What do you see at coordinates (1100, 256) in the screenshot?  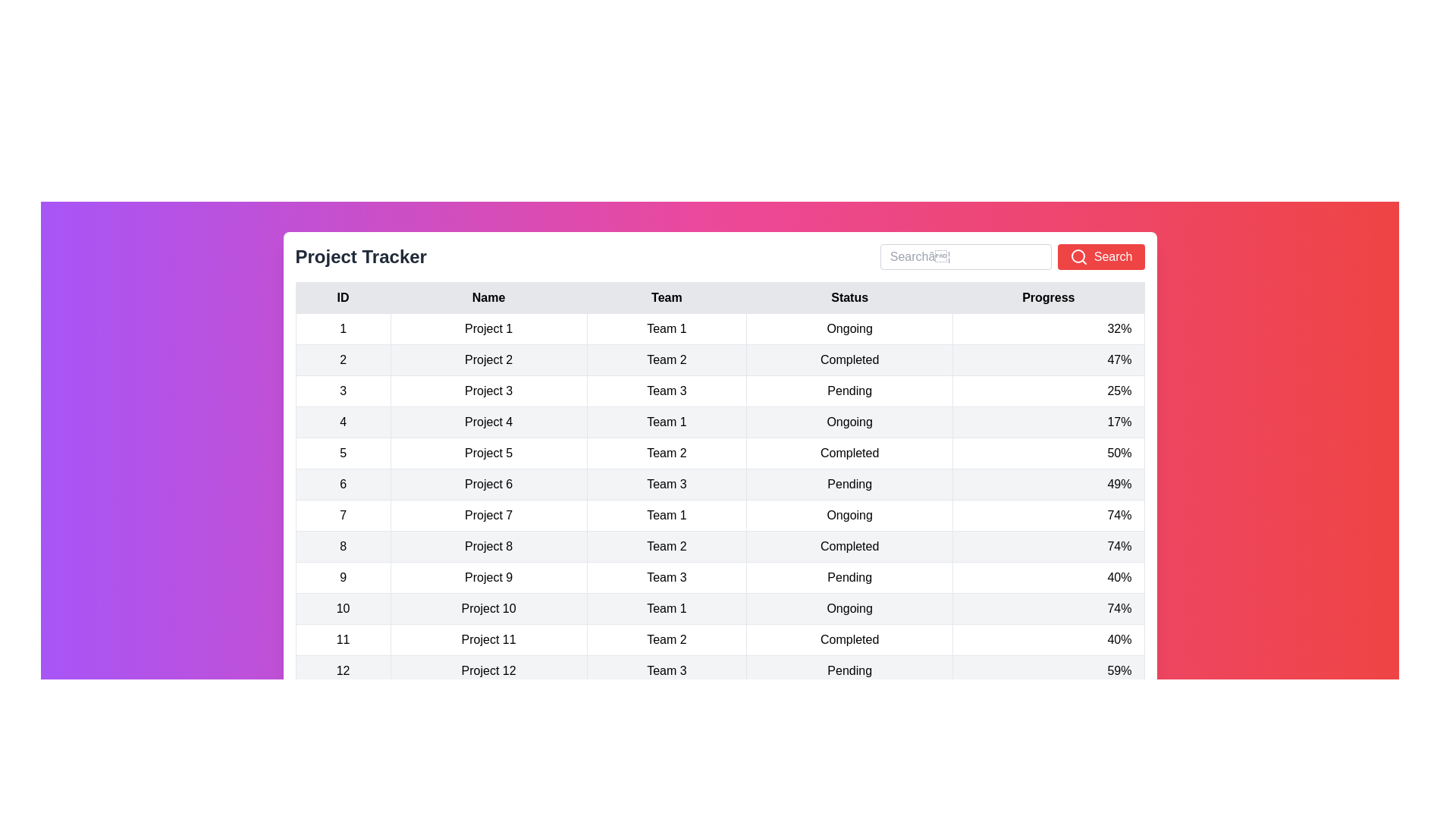 I see `'Search' button to perform a search` at bounding box center [1100, 256].